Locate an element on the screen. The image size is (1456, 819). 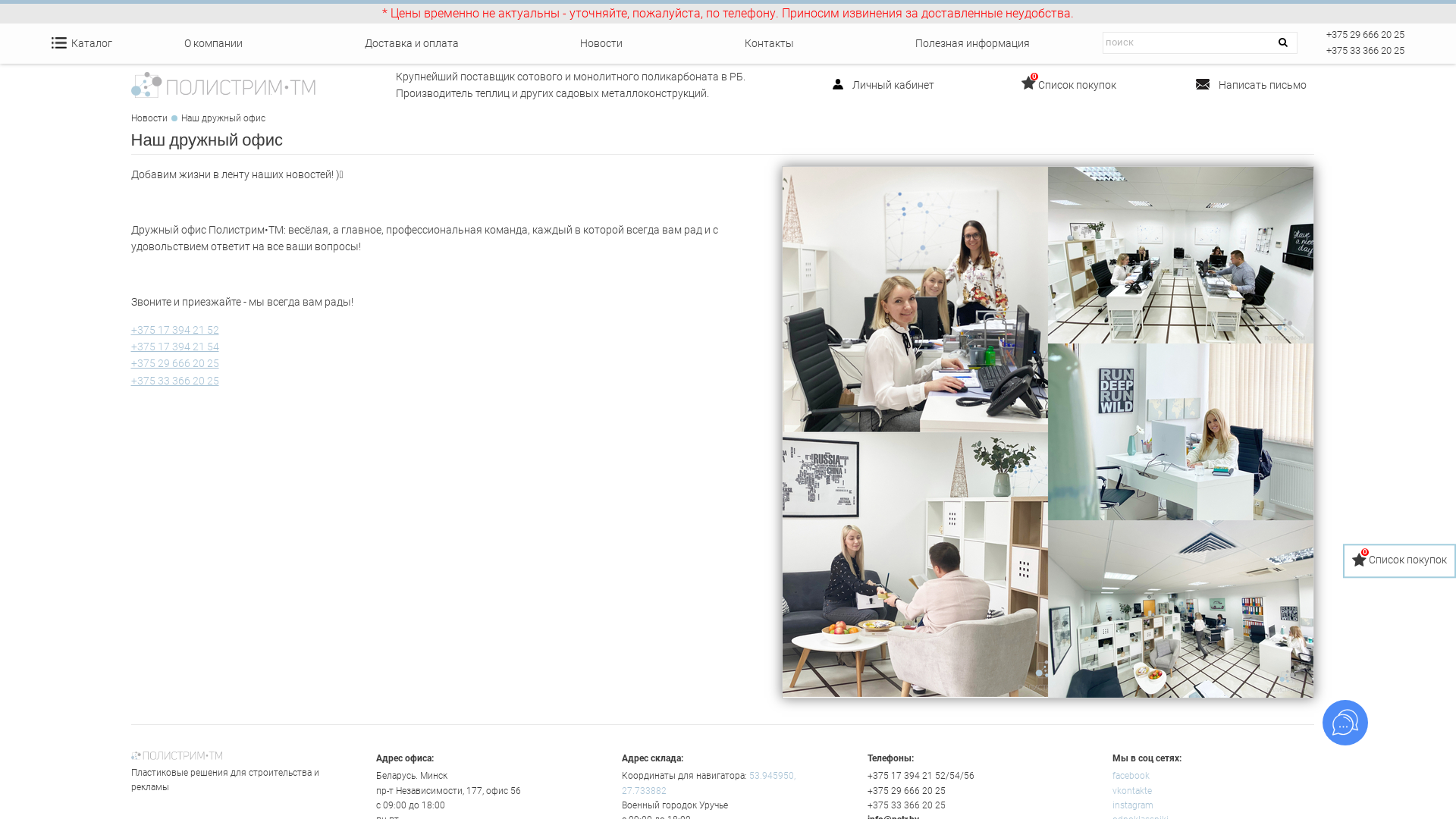
'+375 29 666 20 25' is located at coordinates (906, 789).